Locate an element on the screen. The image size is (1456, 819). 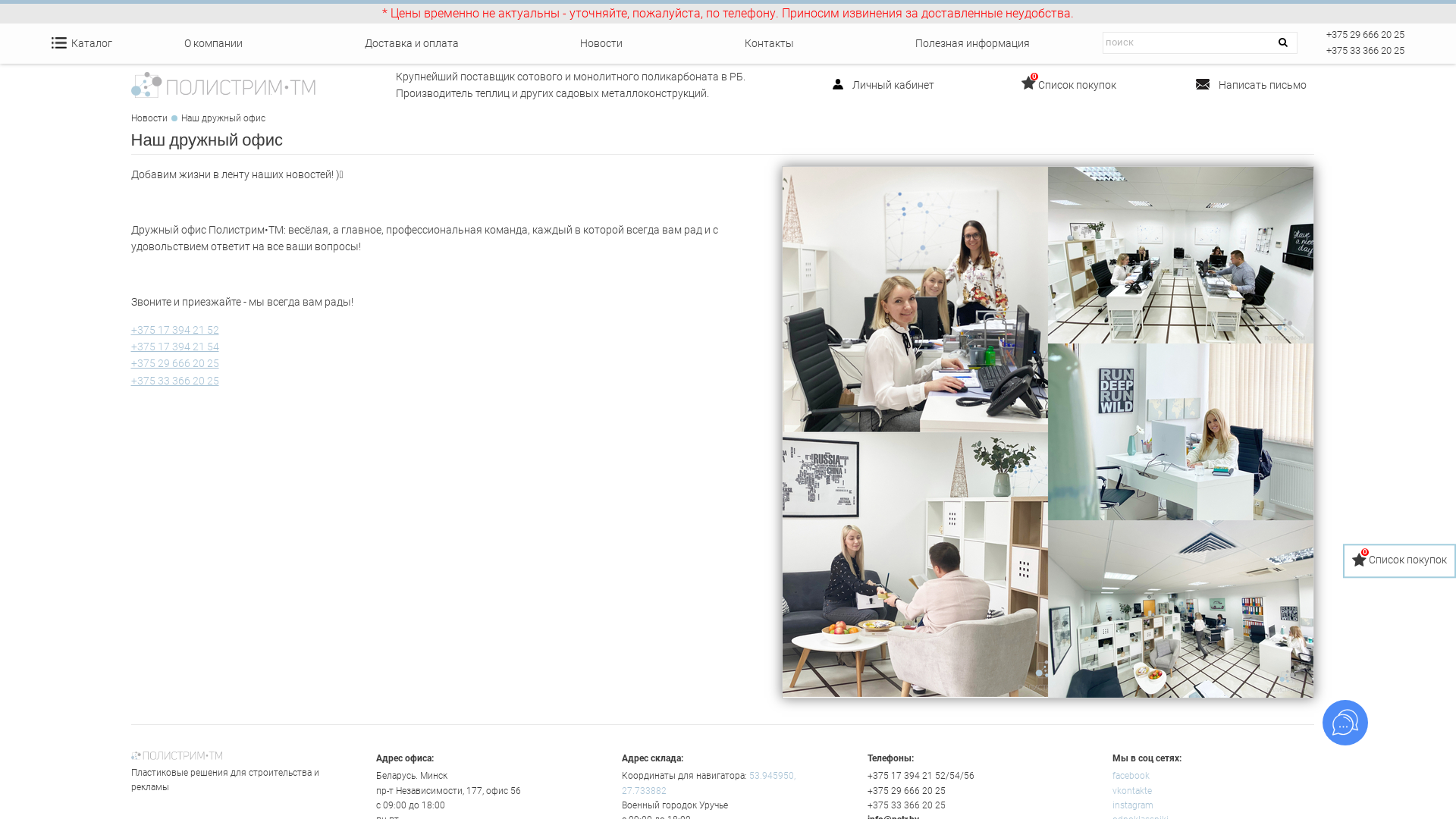
'+375 29 666 20 25' is located at coordinates (906, 789).